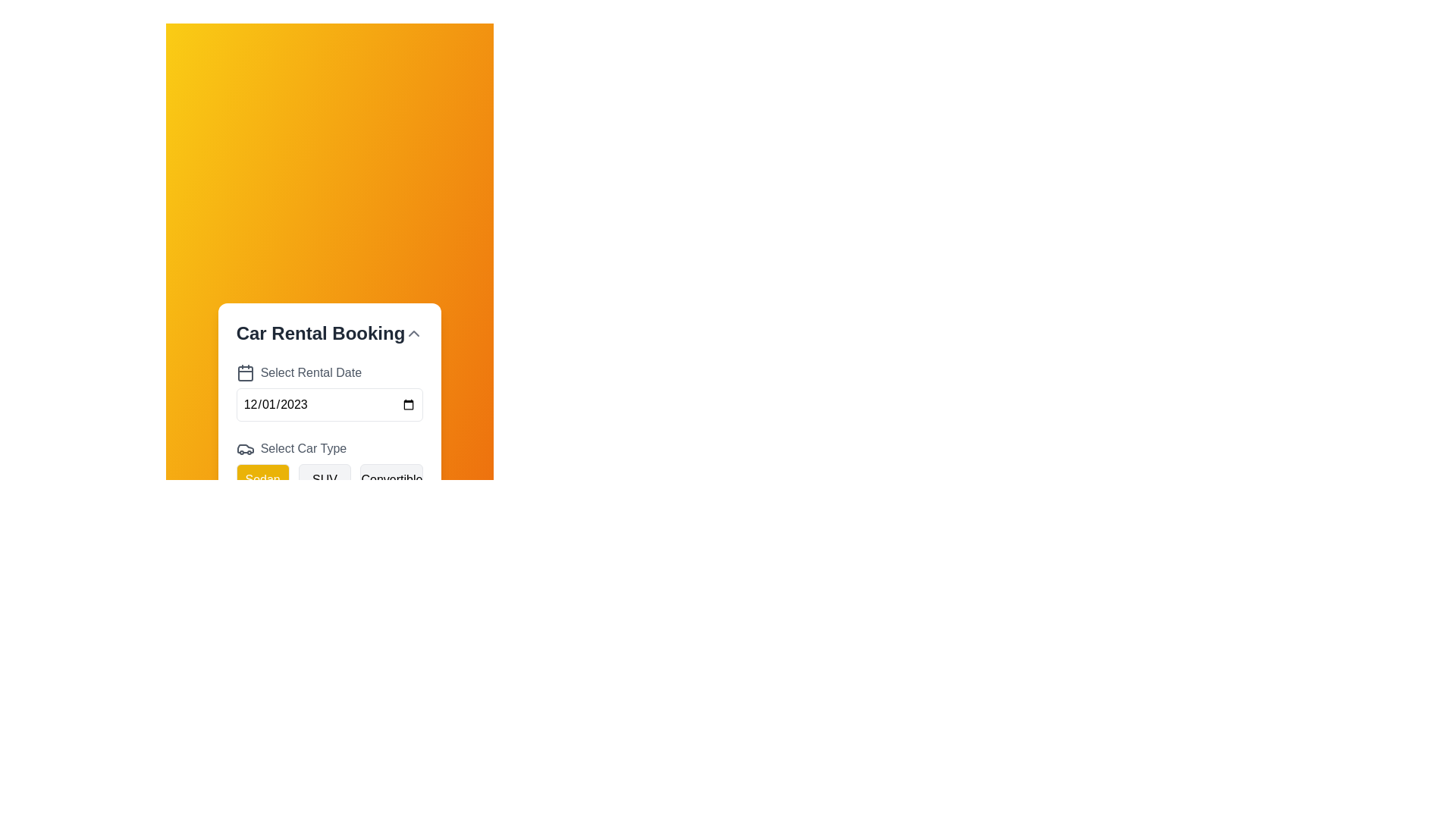 The width and height of the screenshot is (1456, 819). Describe the element at coordinates (414, 332) in the screenshot. I see `the toggle icon button located to the far right of the 'Car Rental Booking' title text` at that location.